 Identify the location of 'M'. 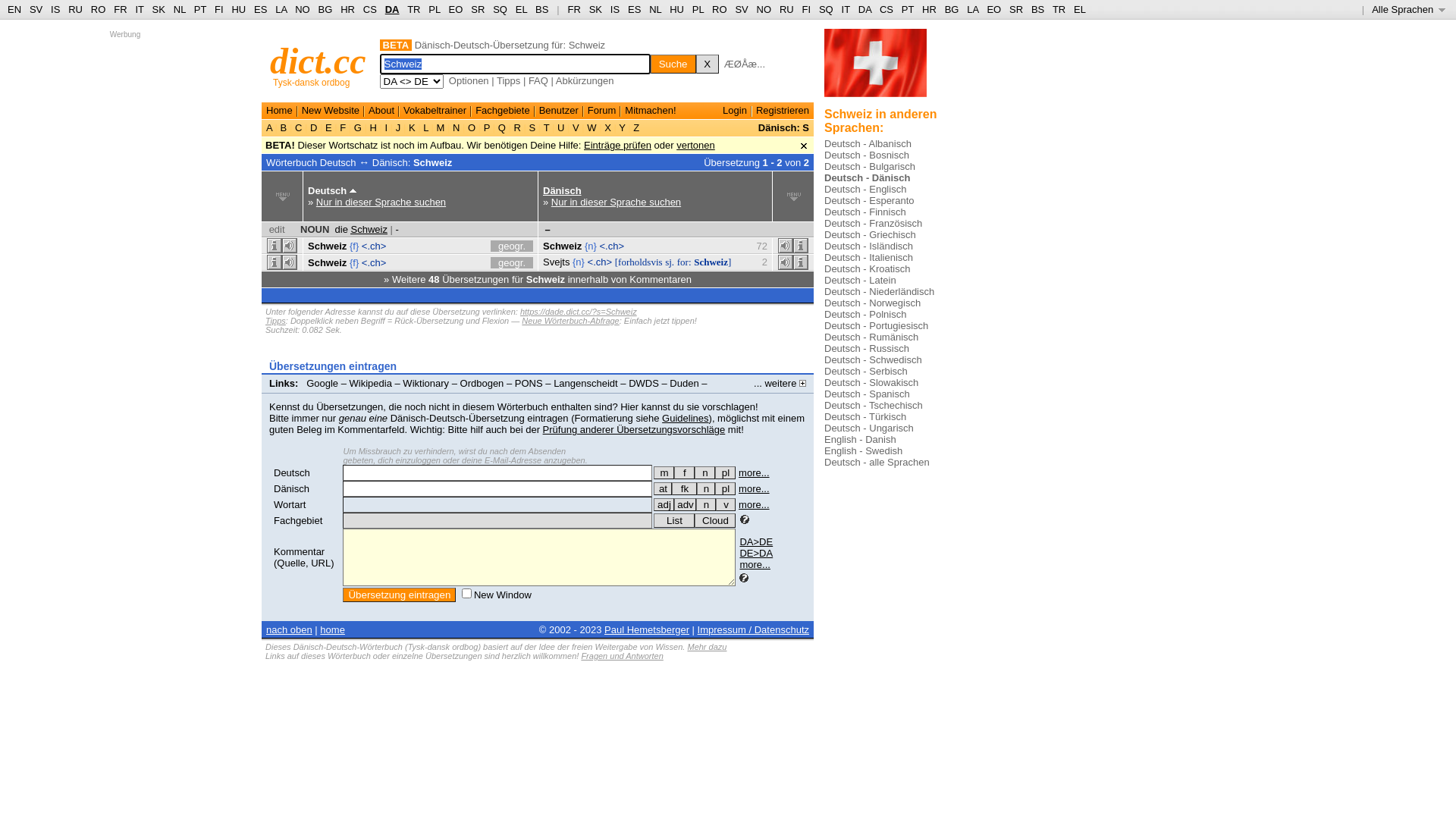
(439, 127).